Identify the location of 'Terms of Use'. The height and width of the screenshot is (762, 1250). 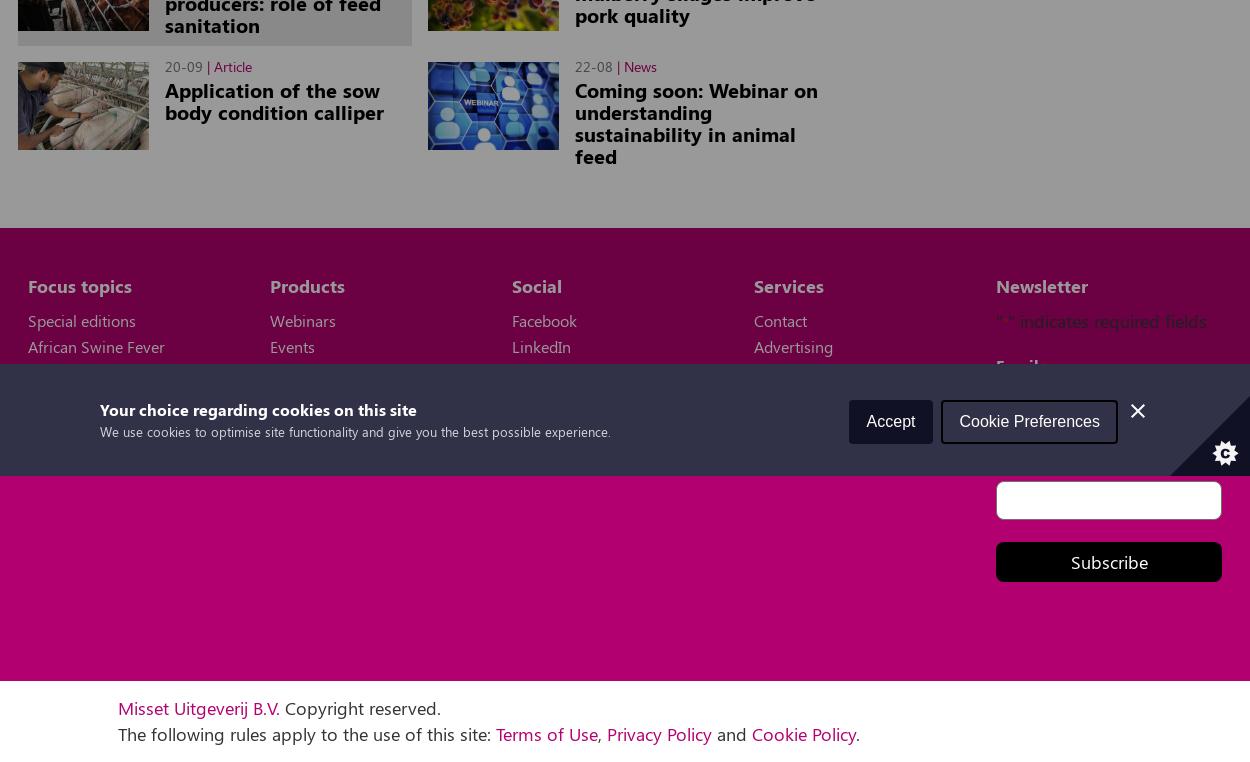
(547, 732).